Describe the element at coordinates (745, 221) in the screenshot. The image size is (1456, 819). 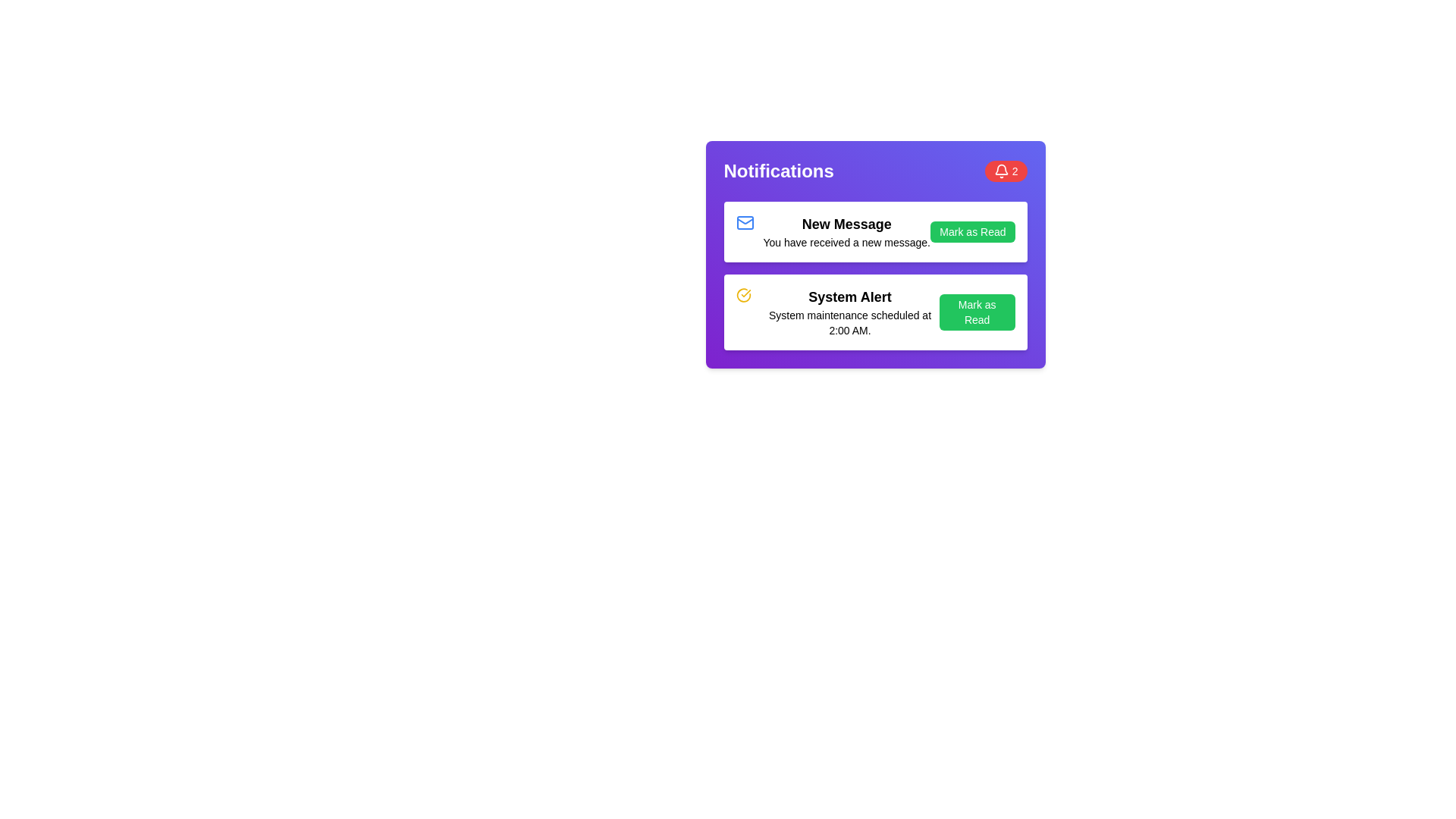
I see `the triangular diagonal lines of the blue envelope icon located on the left side of the 'New Message' notification in the list, which is positioned at the top row inside the notification panel` at that location.